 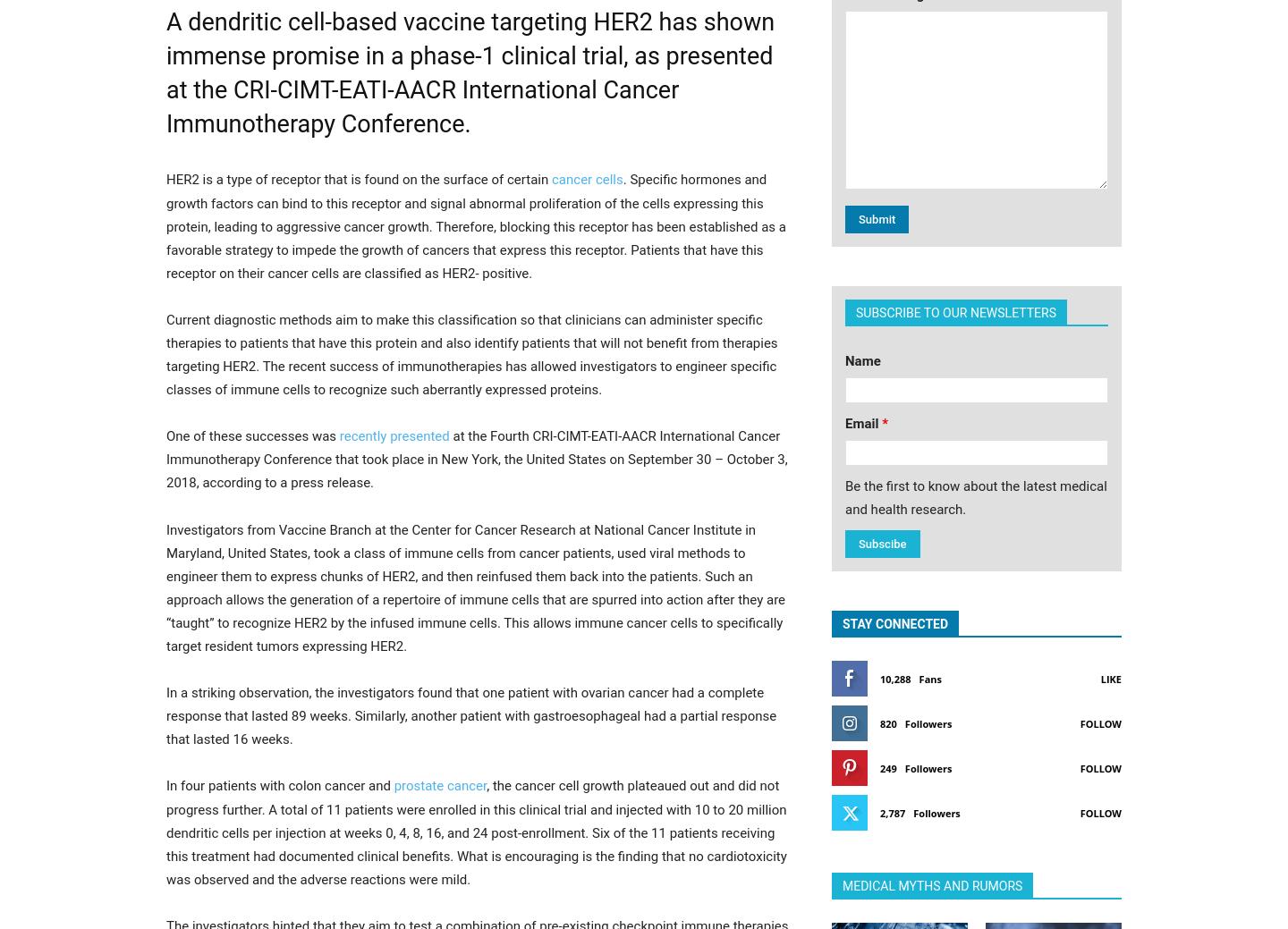 I want to click on '249', so click(x=887, y=767).